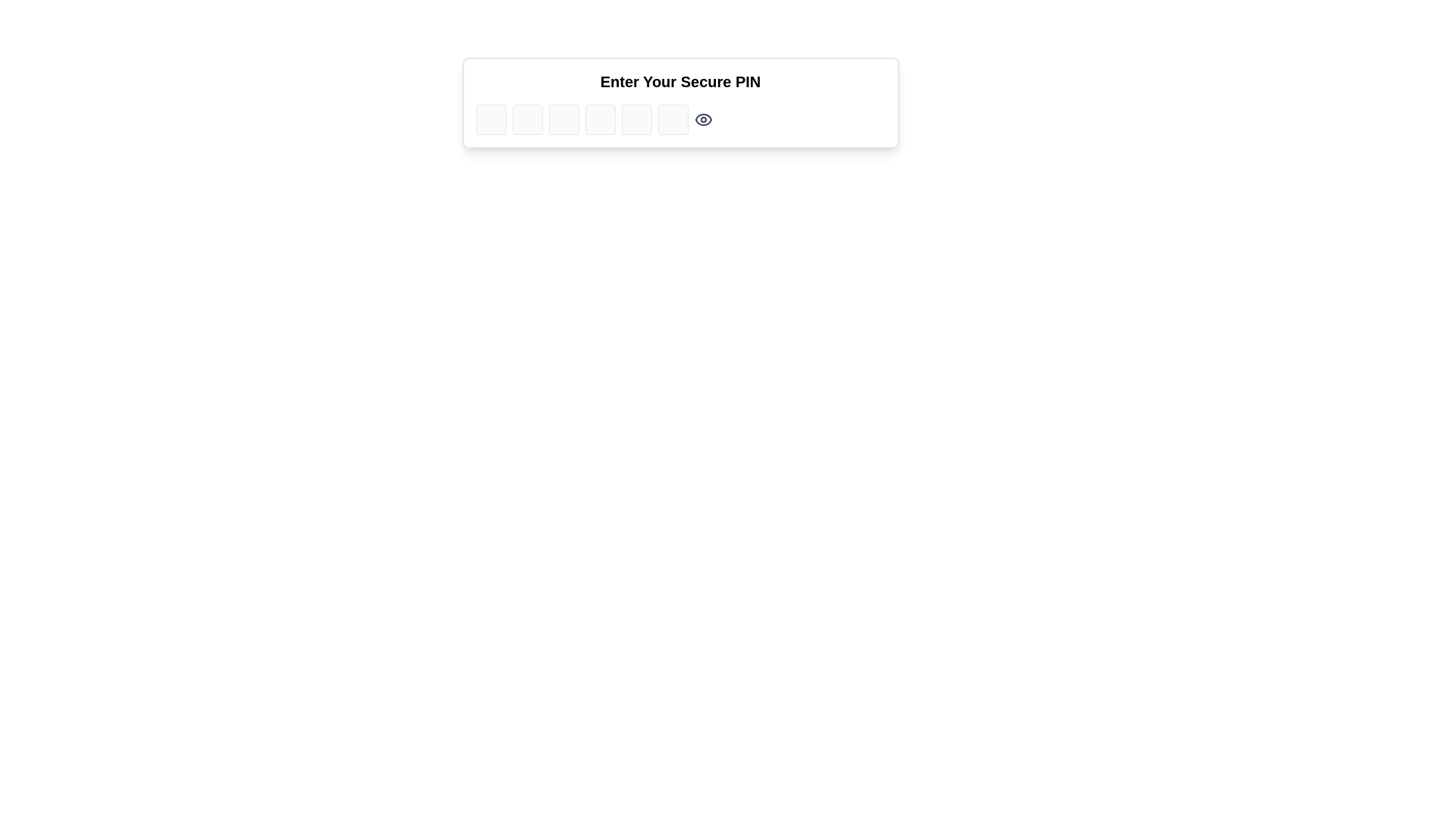 The width and height of the screenshot is (1456, 819). I want to click on the input field of the PIN entry component located below the title 'Enter Your Secure PIN' to trigger focus effects, so click(679, 119).